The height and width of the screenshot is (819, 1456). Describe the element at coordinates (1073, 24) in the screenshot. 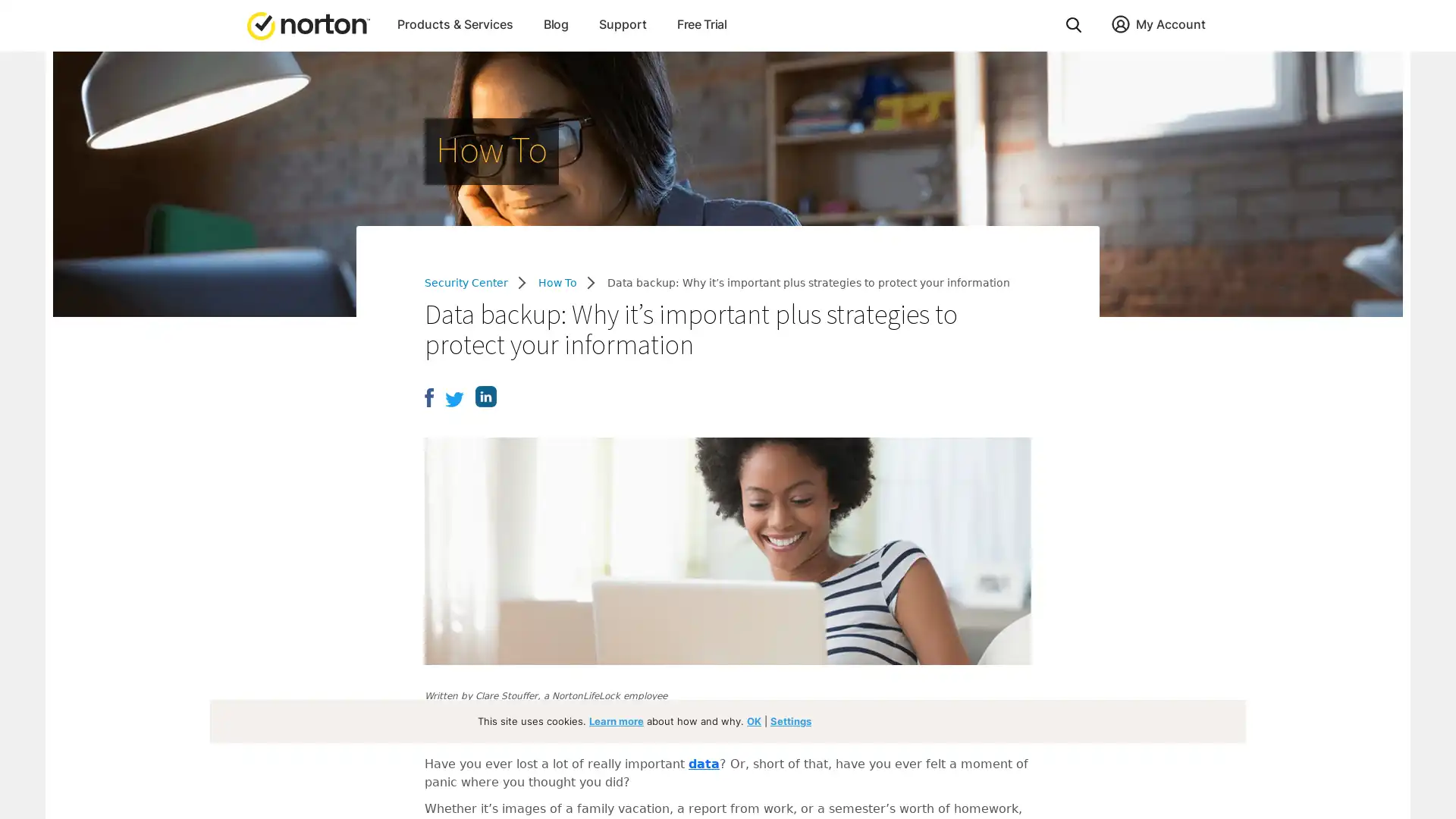

I see `Search` at that location.